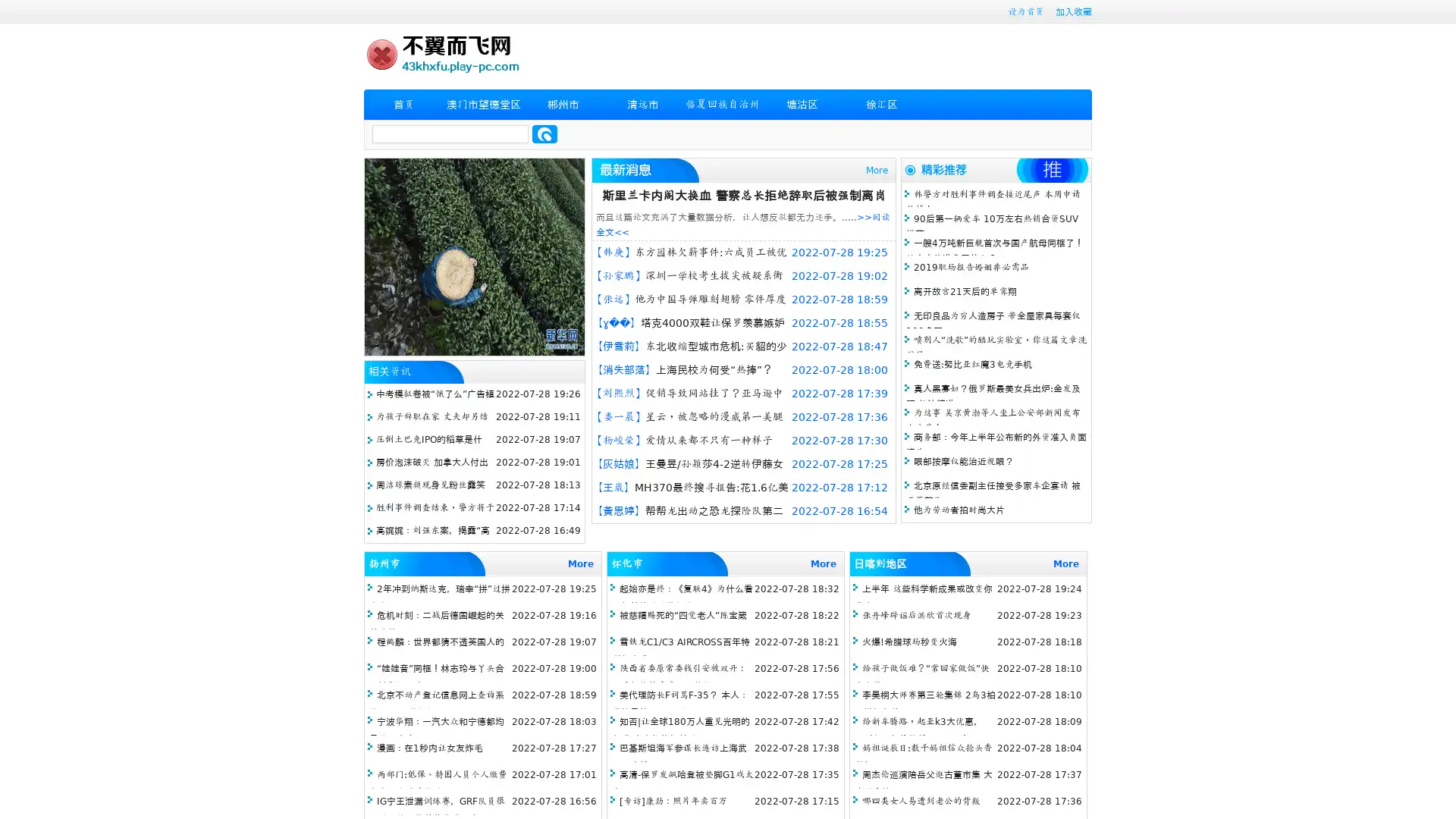  I want to click on Search, so click(544, 133).